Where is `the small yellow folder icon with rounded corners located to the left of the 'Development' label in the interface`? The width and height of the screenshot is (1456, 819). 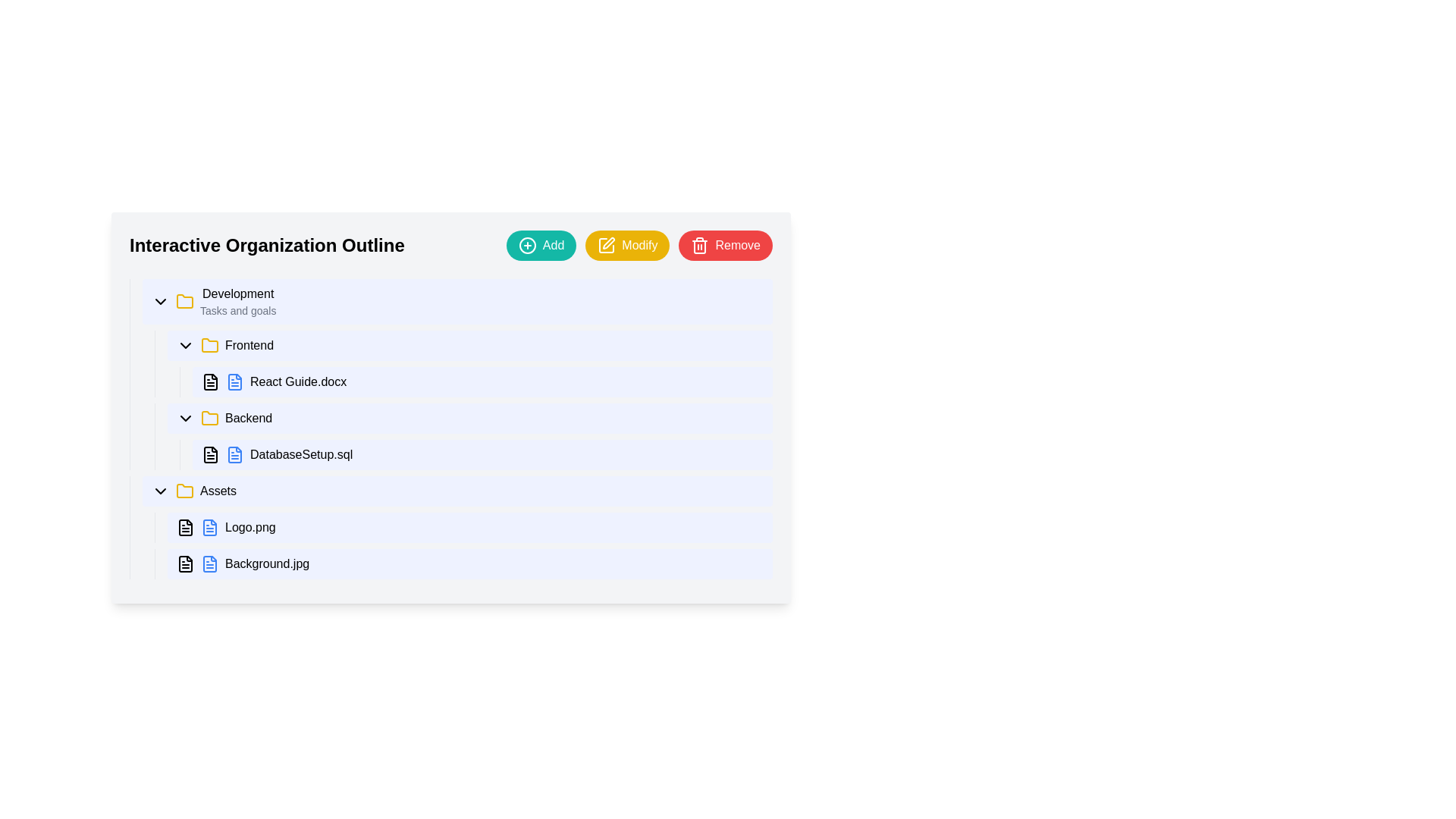
the small yellow folder icon with rounded corners located to the left of the 'Development' label in the interface is located at coordinates (184, 301).